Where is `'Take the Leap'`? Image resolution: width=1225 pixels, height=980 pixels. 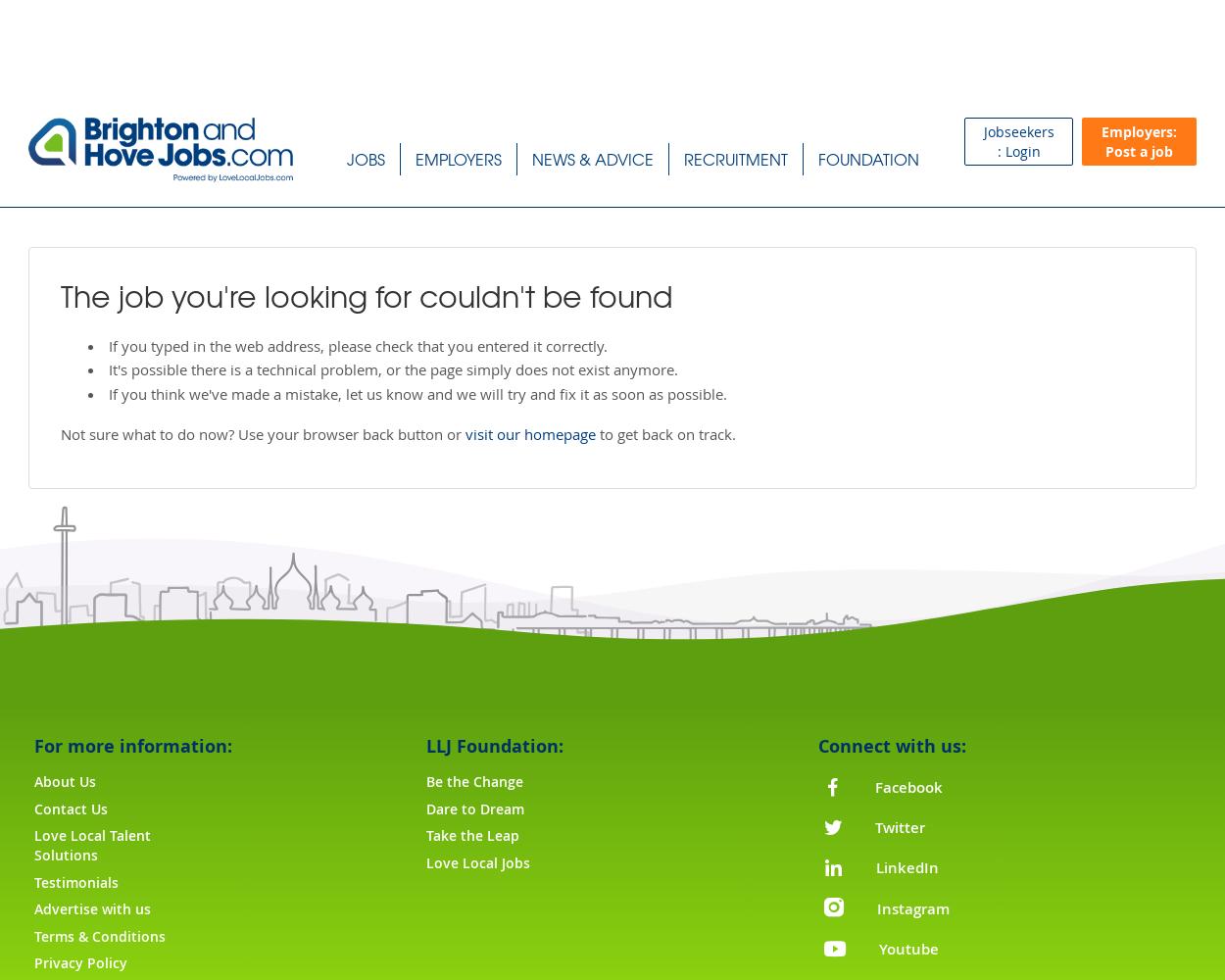
'Take the Leap' is located at coordinates (470, 834).